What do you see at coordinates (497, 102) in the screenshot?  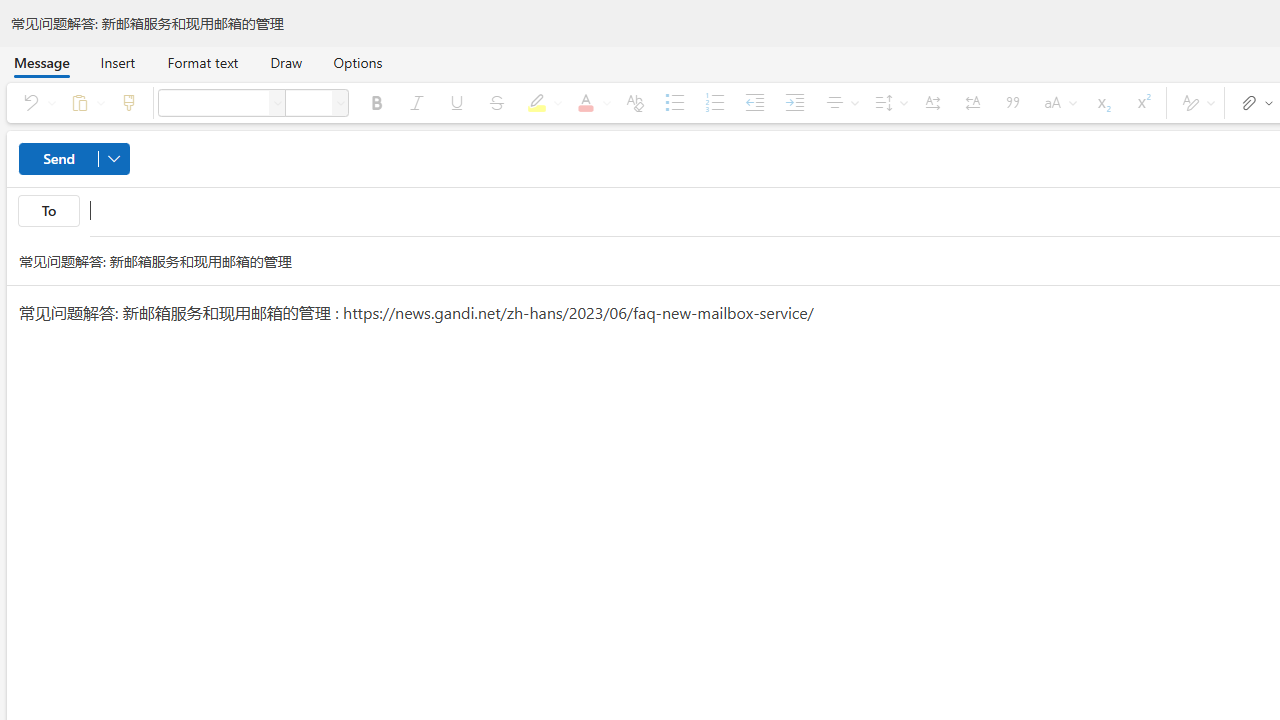 I see `'Strikethrough'` at bounding box center [497, 102].